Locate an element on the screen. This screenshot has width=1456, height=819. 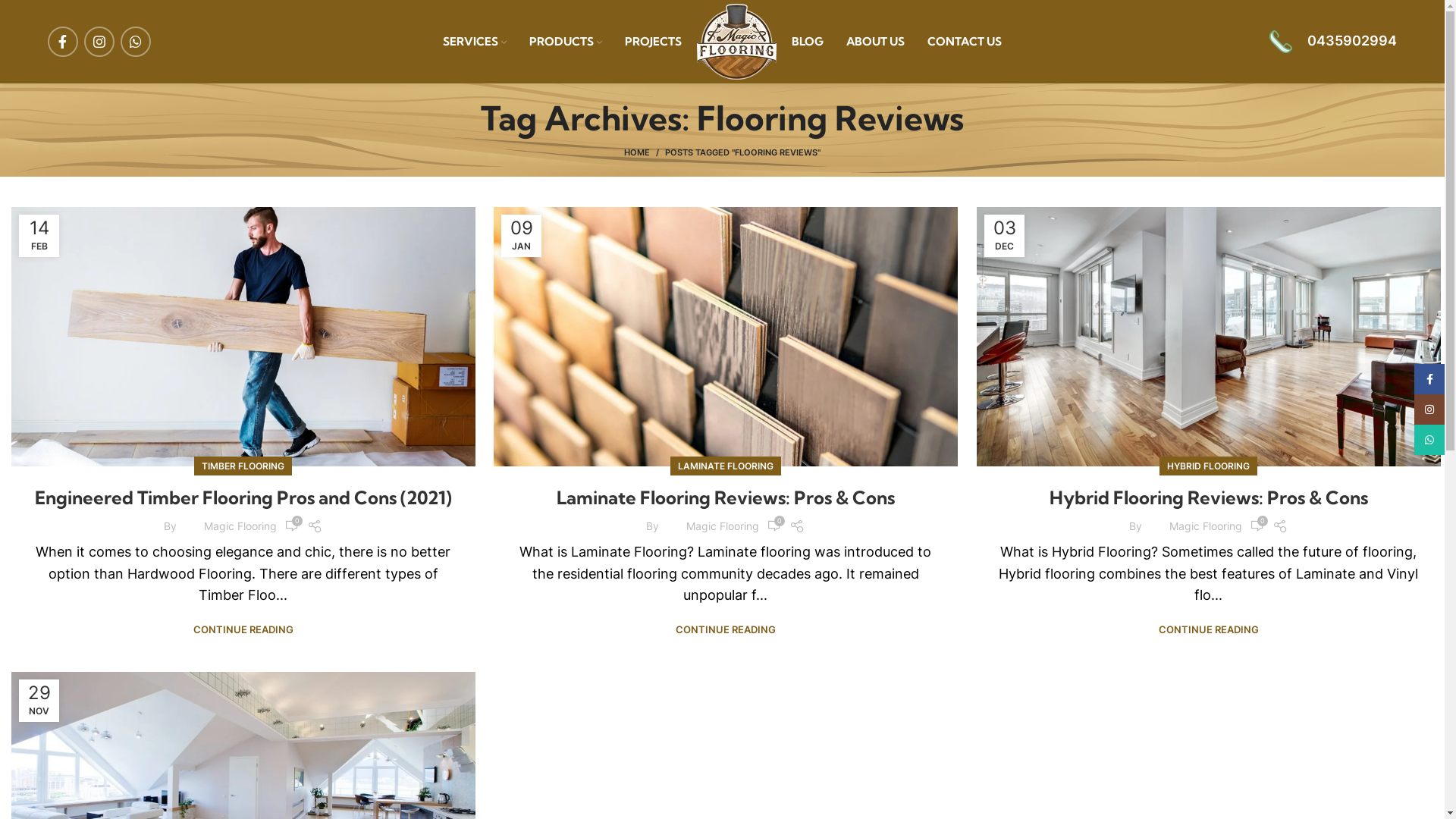
'09 is located at coordinates (521, 236).